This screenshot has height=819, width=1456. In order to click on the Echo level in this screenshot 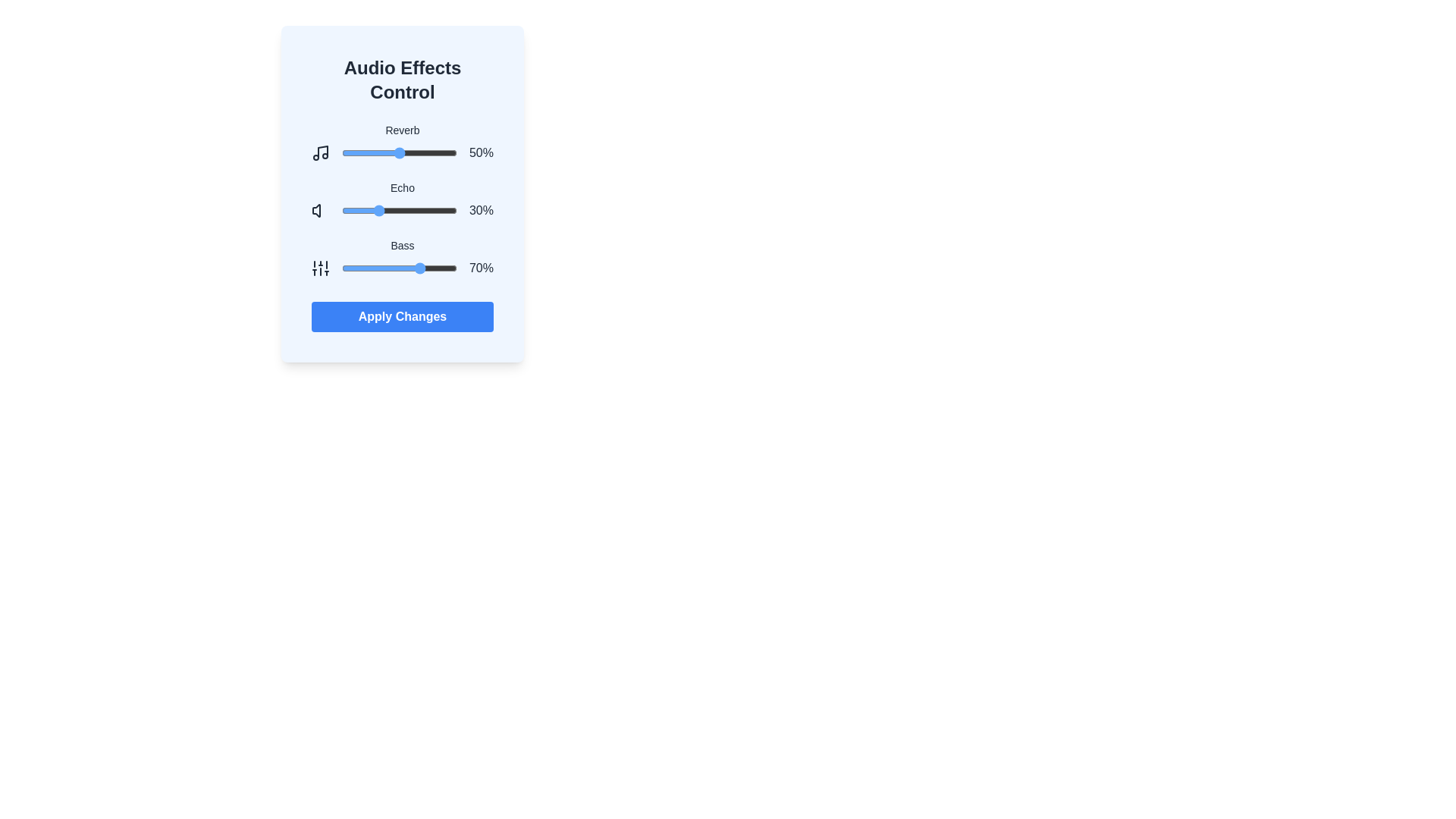, I will do `click(371, 210)`.